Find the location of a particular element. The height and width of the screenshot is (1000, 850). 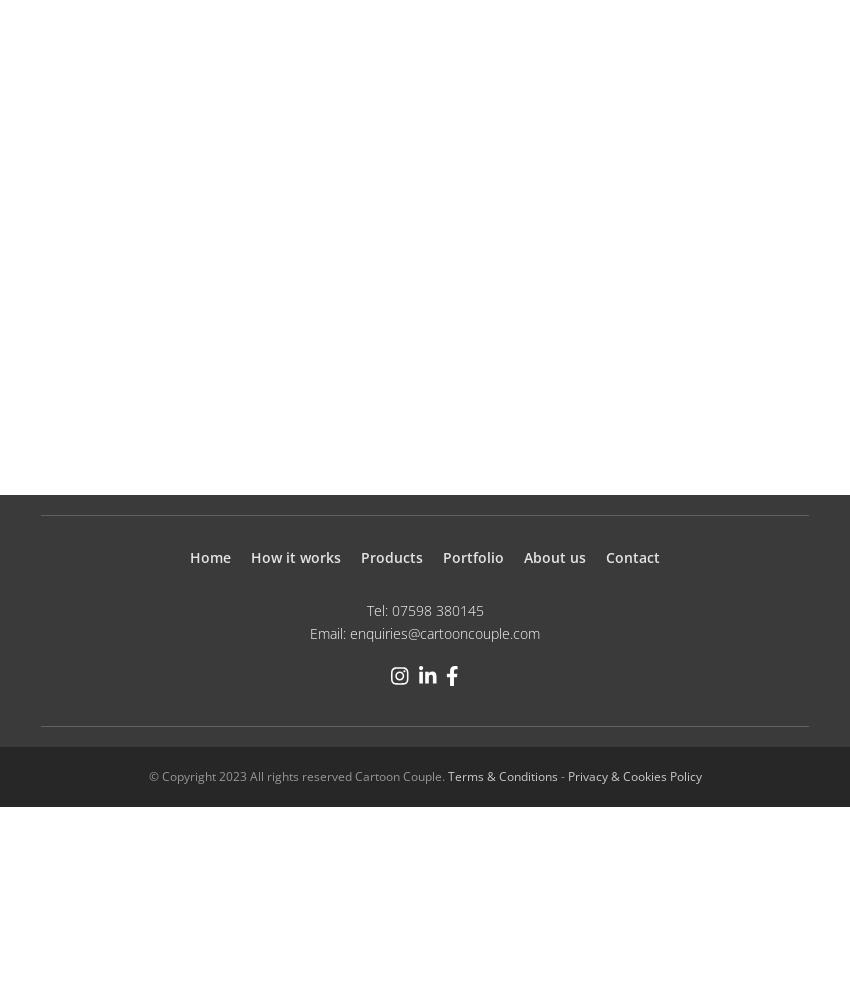

'© Copyright 2023 All rights reserved Cartoon Couple.' is located at coordinates (296, 775).